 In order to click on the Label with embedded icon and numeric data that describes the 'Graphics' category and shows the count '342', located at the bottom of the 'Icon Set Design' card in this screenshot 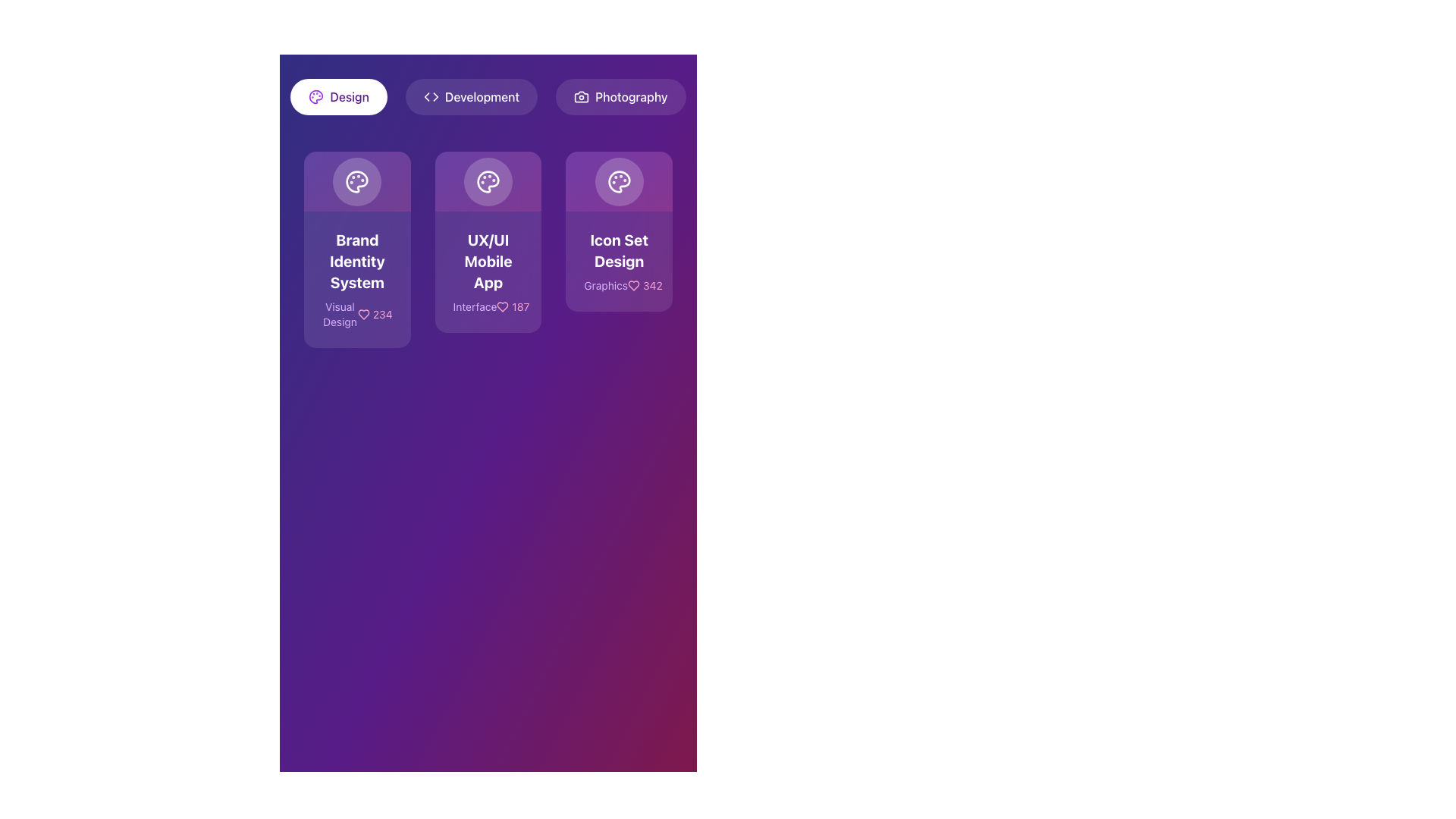, I will do `click(619, 286)`.